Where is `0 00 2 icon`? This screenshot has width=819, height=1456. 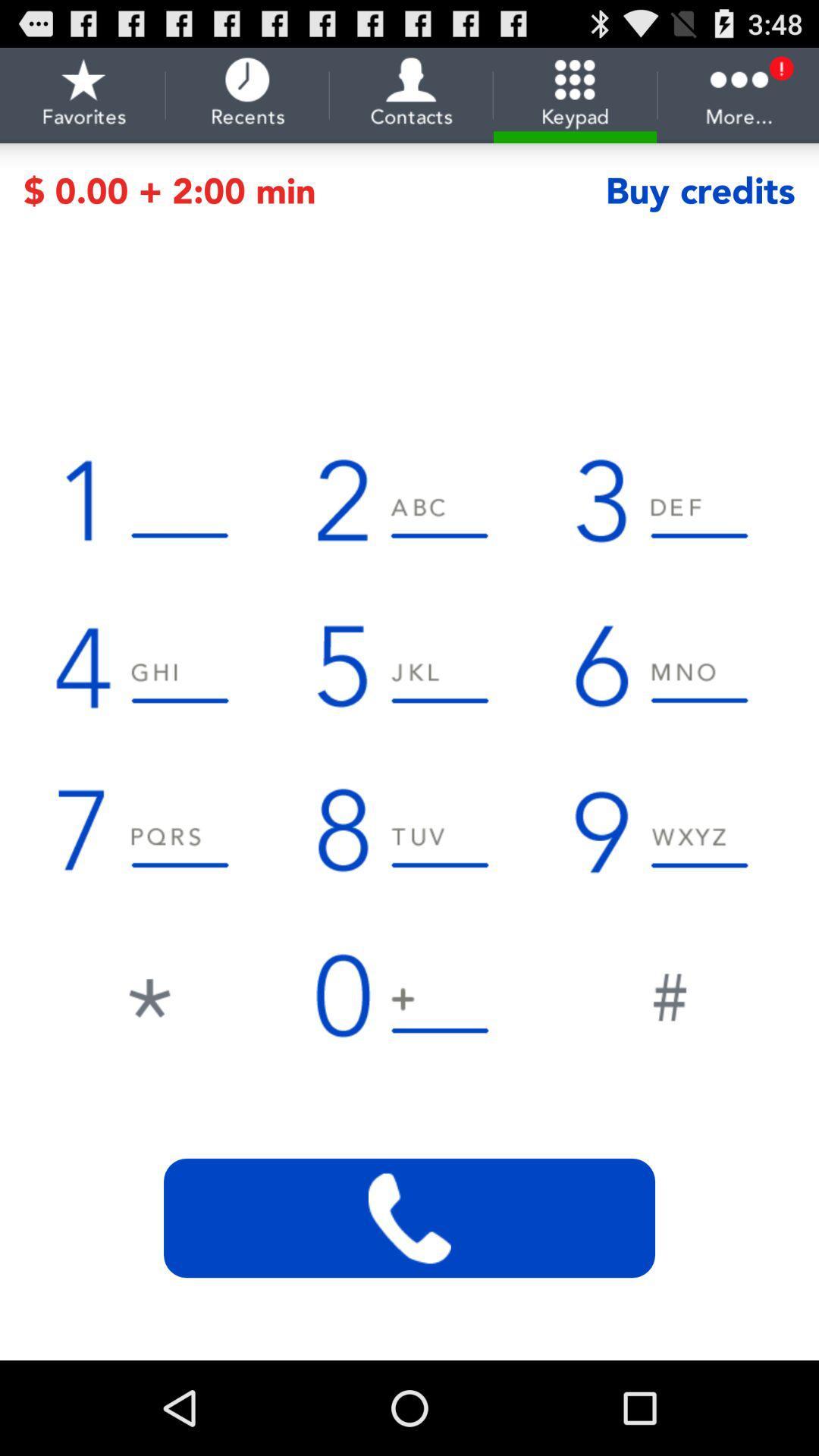
0 00 2 icon is located at coordinates (314, 190).